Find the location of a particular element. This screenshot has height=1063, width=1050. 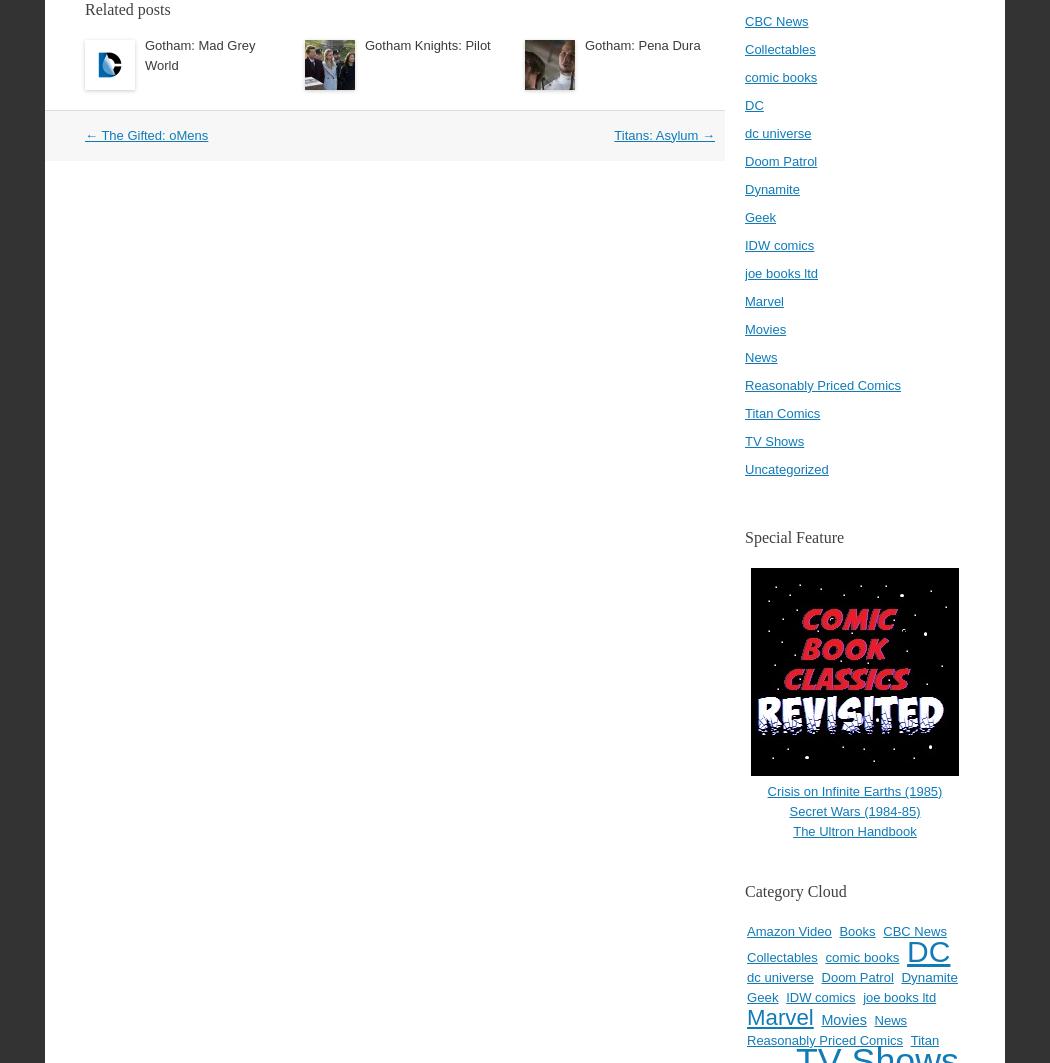

'Gotham: Mad Grey World' is located at coordinates (199, 54).